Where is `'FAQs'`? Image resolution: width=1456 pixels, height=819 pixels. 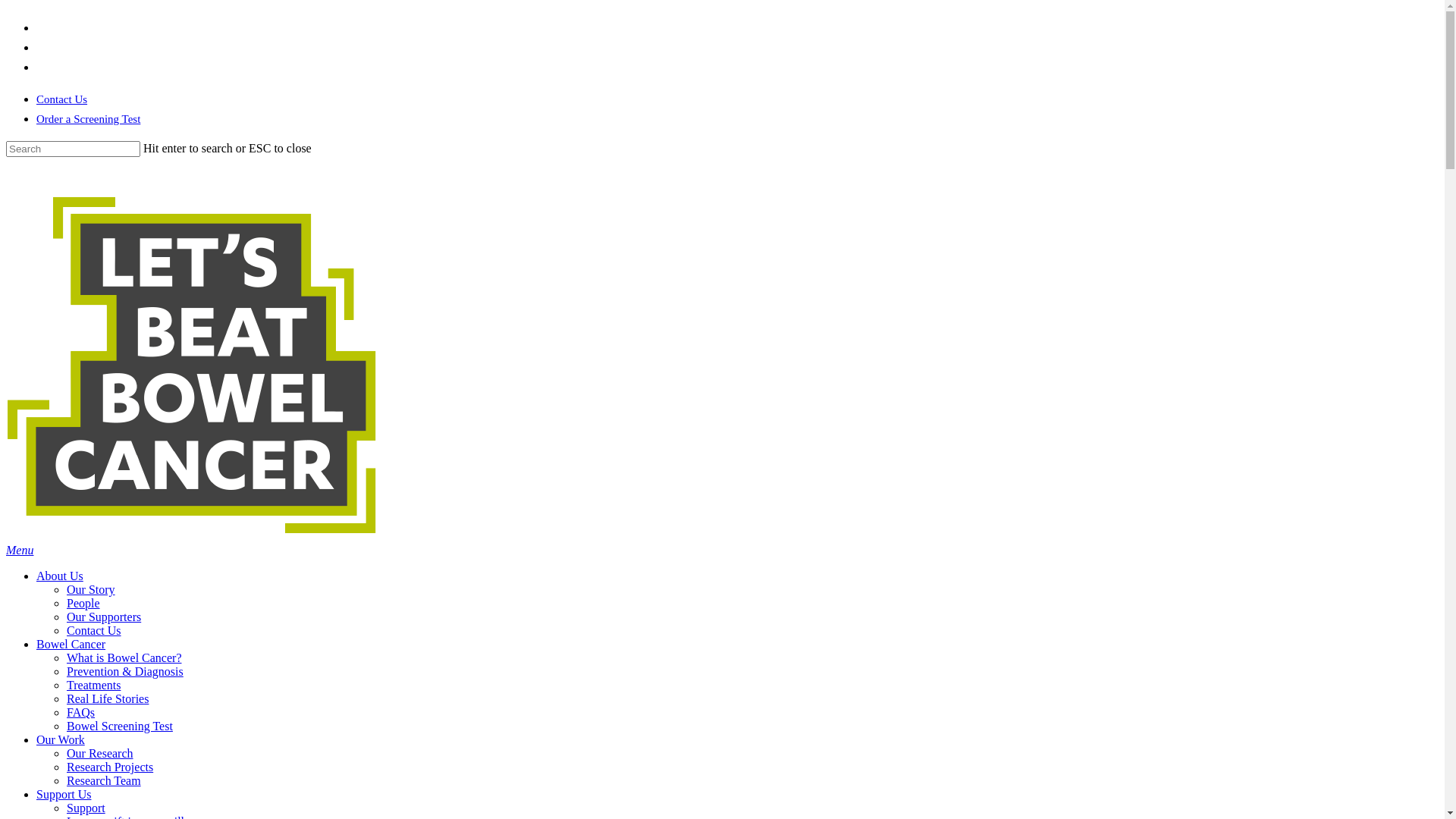
'FAQs' is located at coordinates (80, 712).